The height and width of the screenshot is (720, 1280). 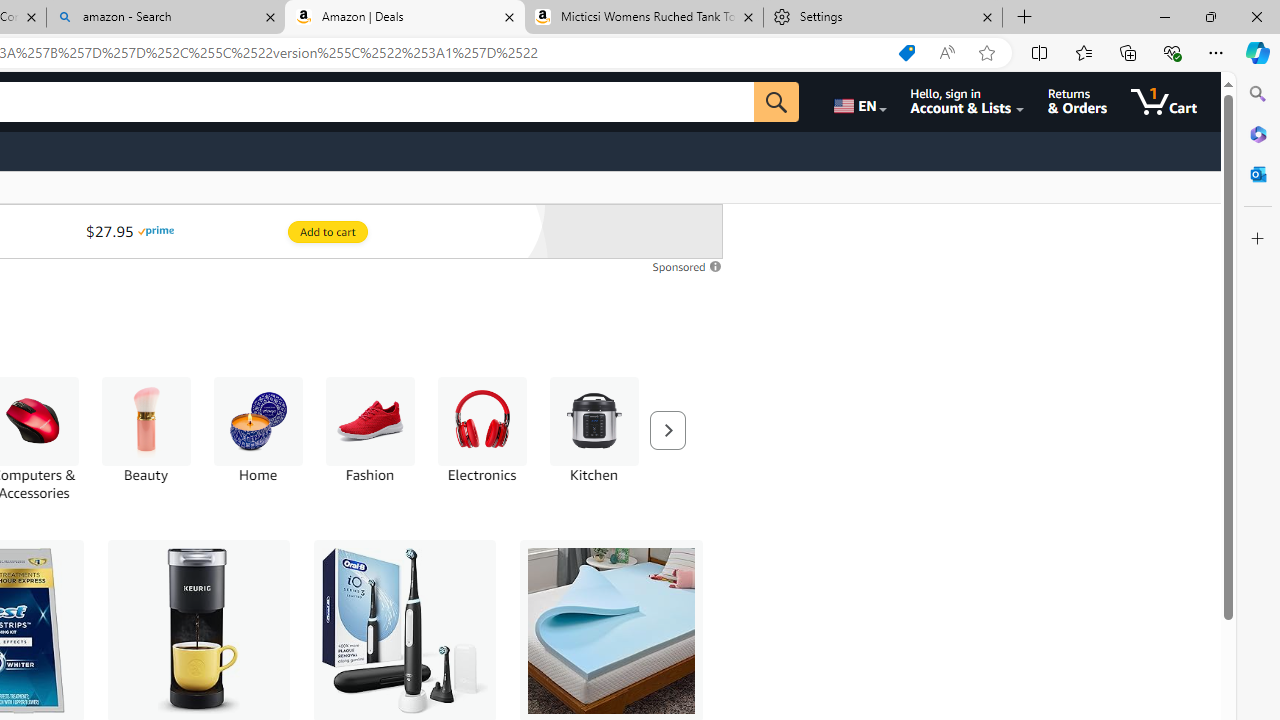 What do you see at coordinates (1076, 101) in the screenshot?
I see `'Returns & Orders'` at bounding box center [1076, 101].